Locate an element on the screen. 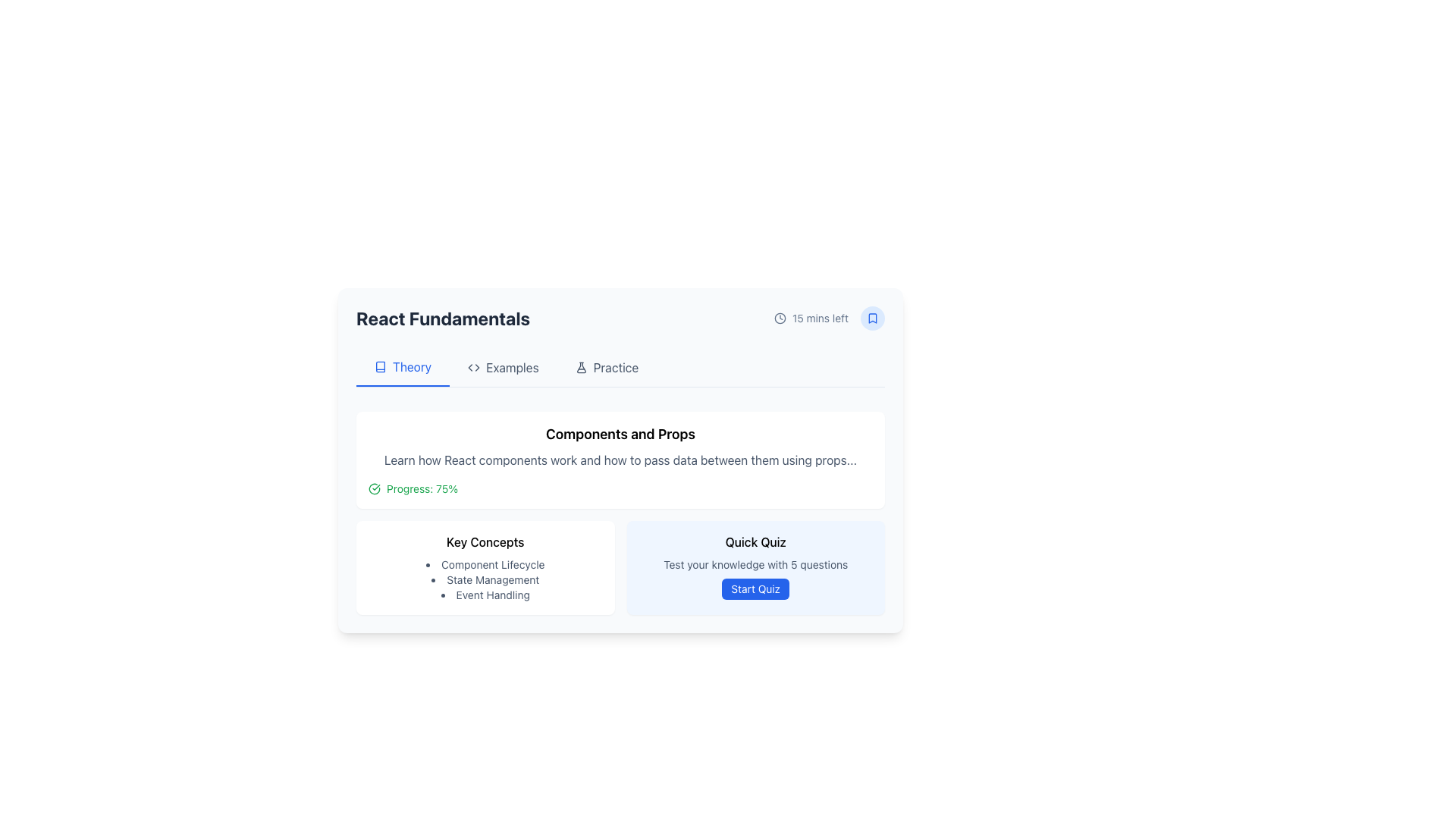 This screenshot has height=819, width=1456. the progress text label that indicates the user's course completion percentage, which is positioned to the right of a green circular check icon is located at coordinates (422, 488).